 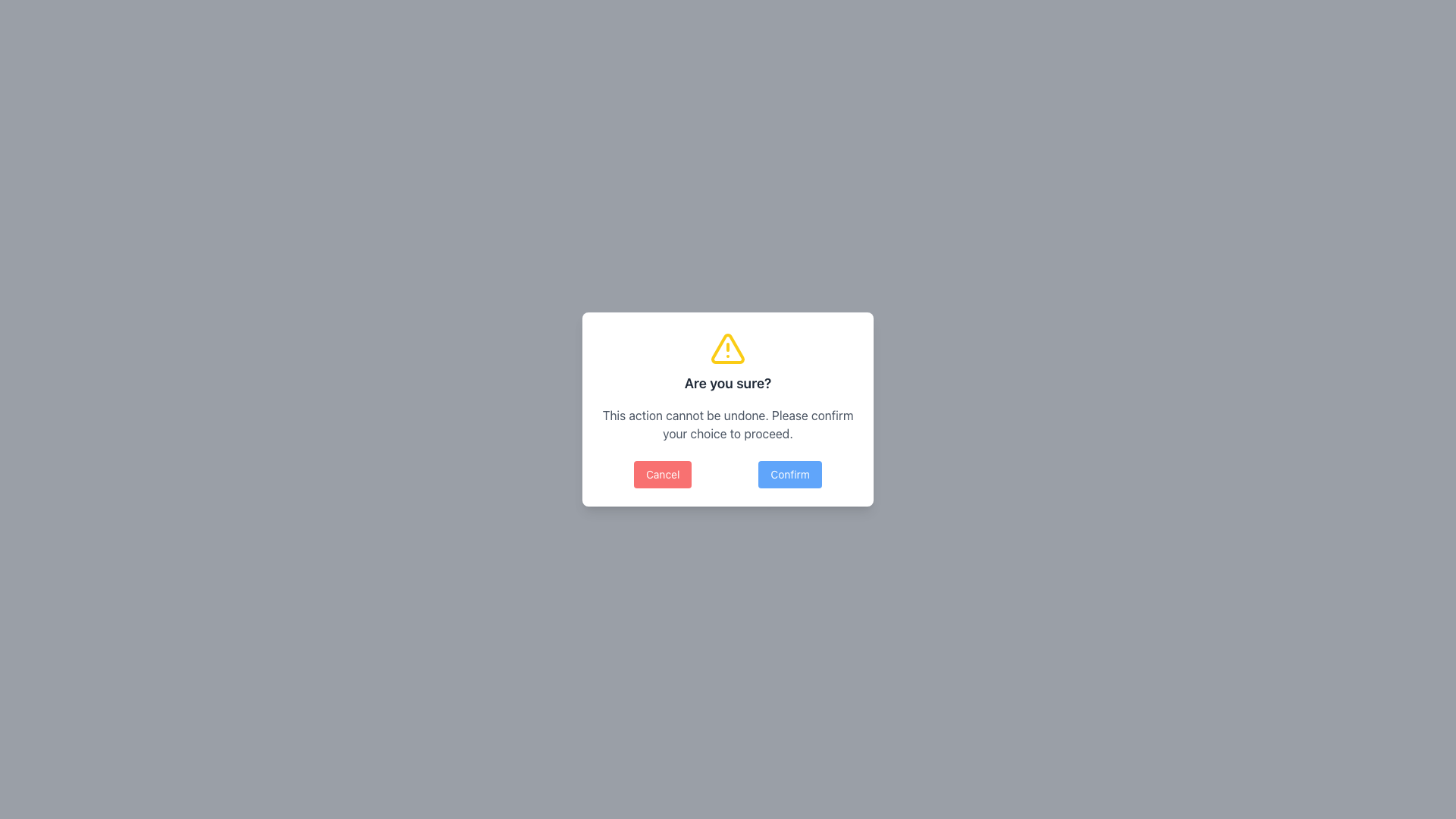 What do you see at coordinates (728, 348) in the screenshot?
I see `the warning icon located at the center of the modal dialog box, positioned above the text 'Are you sure?' and between the 'Cancel' and 'Confirm' buttons` at bounding box center [728, 348].